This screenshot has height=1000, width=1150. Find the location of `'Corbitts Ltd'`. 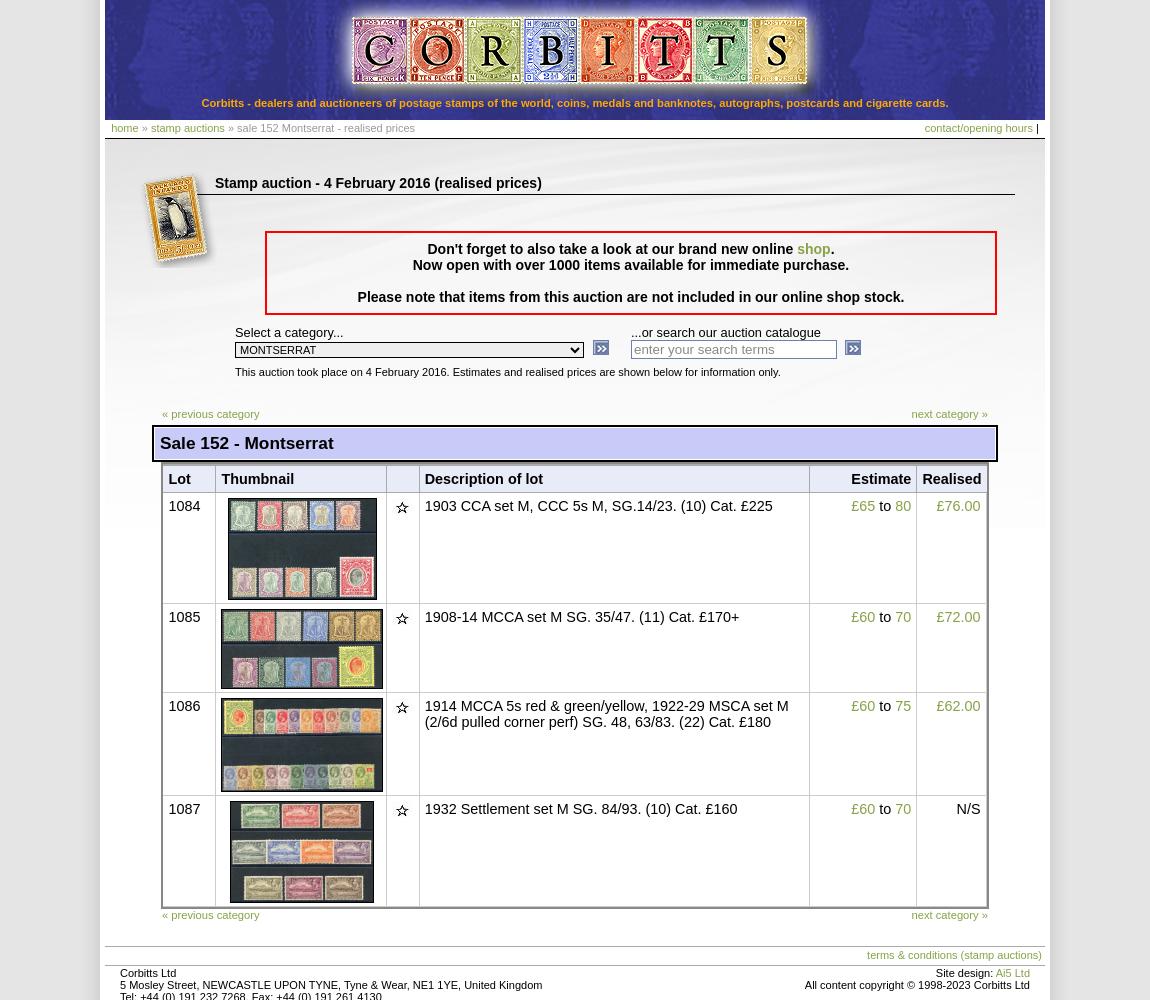

'Corbitts Ltd' is located at coordinates (147, 972).